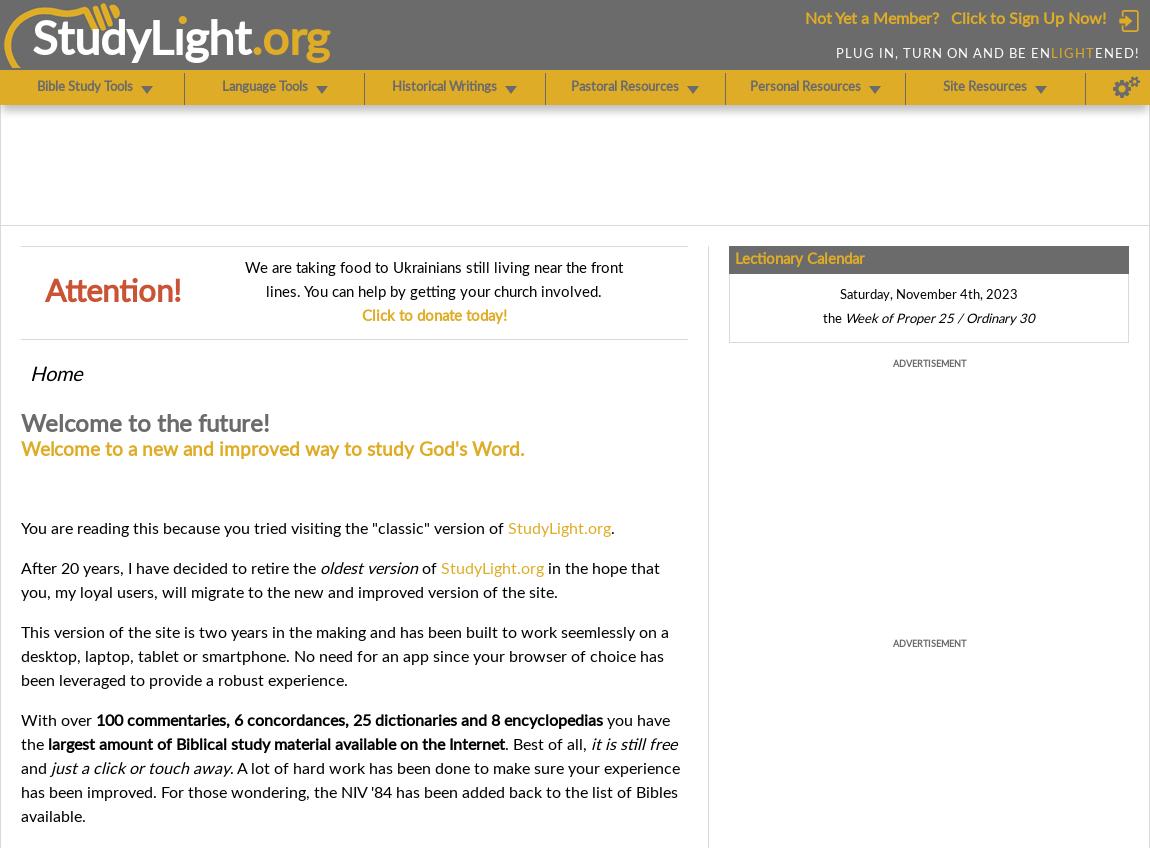 The width and height of the screenshot is (1150, 848). What do you see at coordinates (401, 528) in the screenshot?
I see `'classic'` at bounding box center [401, 528].